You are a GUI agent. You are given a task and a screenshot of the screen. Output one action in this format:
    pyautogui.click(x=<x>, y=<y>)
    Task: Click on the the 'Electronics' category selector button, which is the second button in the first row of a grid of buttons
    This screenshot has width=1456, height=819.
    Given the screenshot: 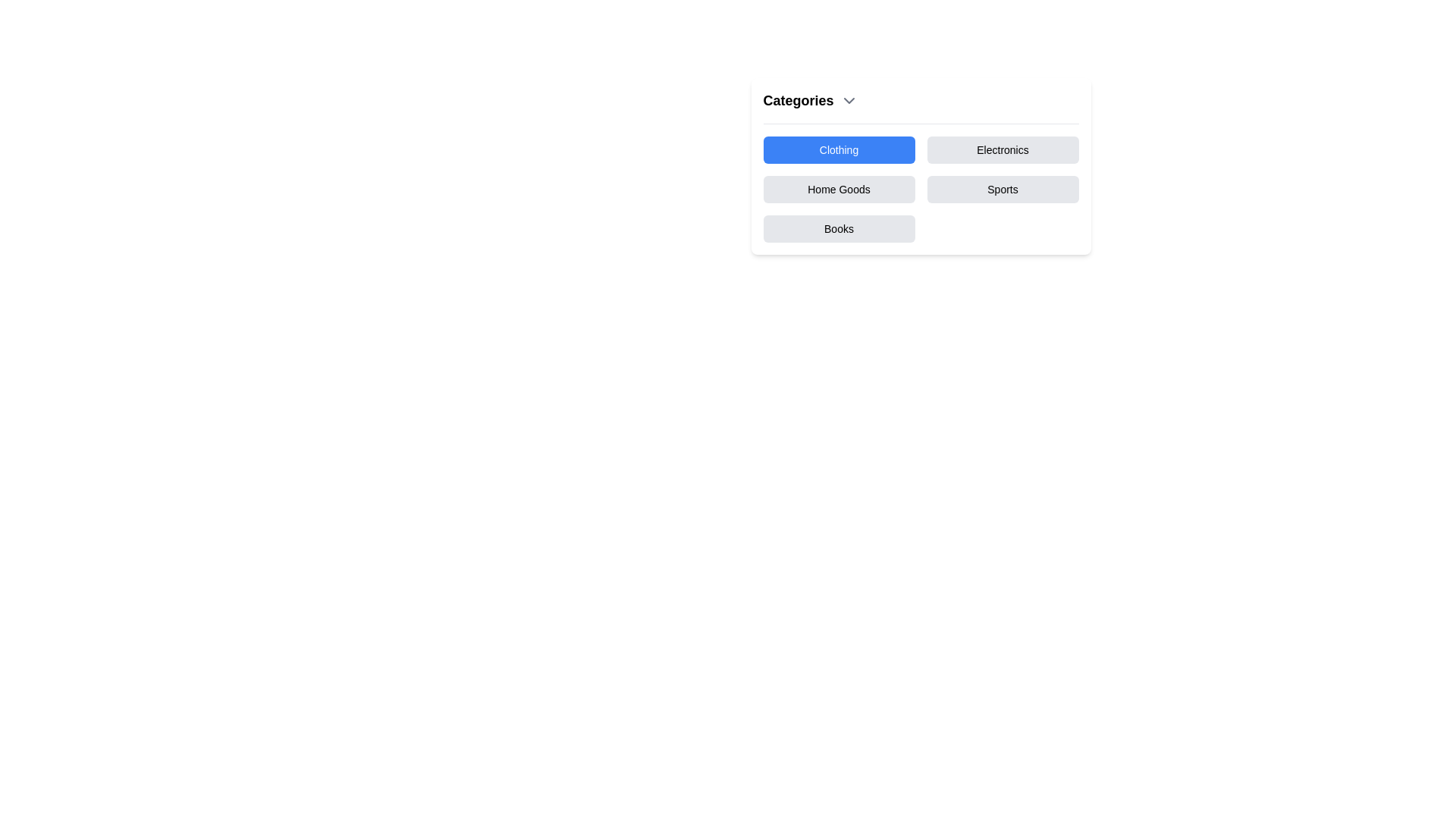 What is the action you would take?
    pyautogui.click(x=1003, y=149)
    